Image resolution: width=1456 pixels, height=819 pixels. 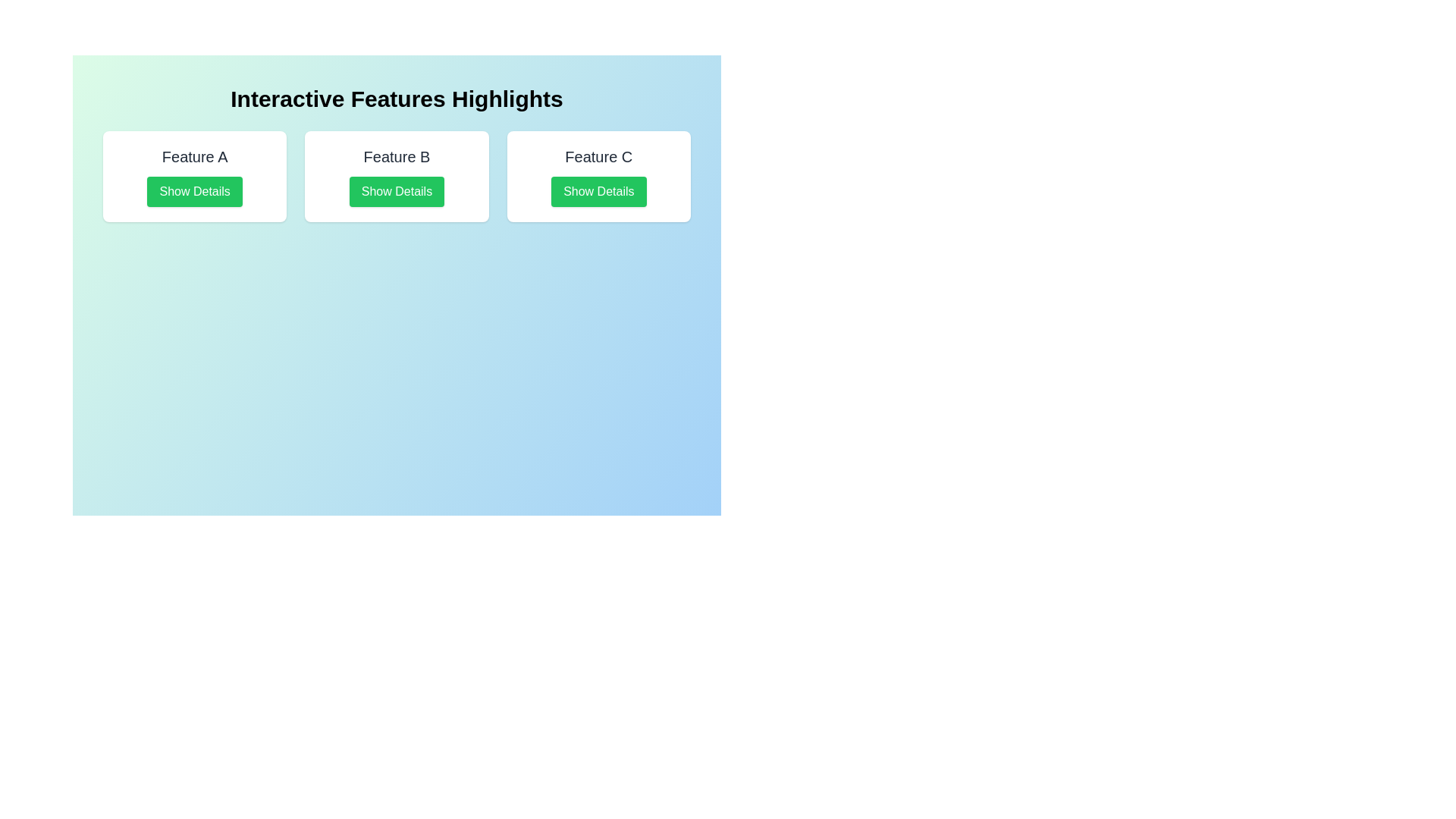 I want to click on the static text label that displays 'Feature B' which is prominently styled and located above the 'Show Details' button in the middle feature block of a three-column layout, so click(x=397, y=157).